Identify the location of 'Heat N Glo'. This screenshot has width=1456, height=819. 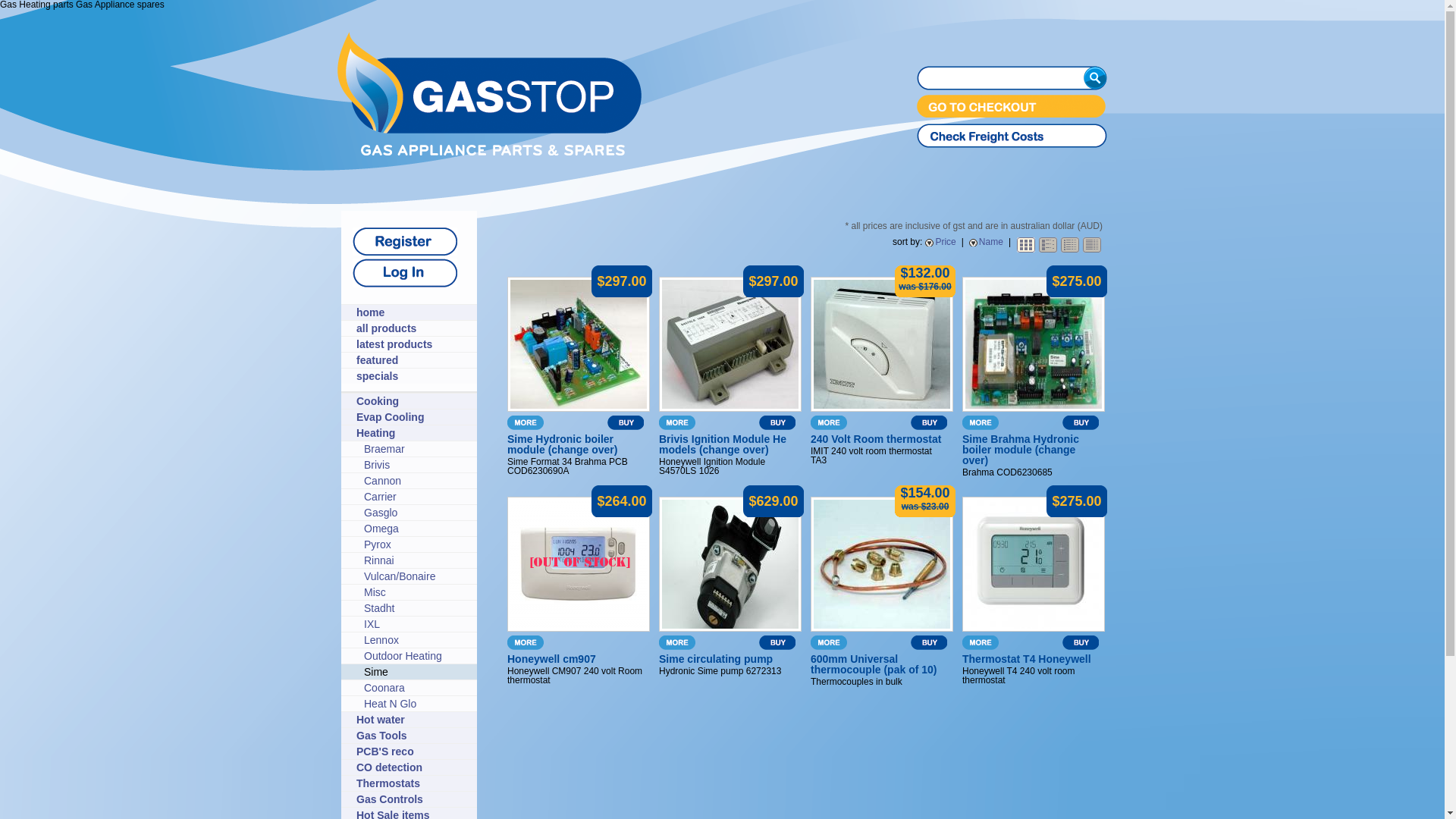
(416, 704).